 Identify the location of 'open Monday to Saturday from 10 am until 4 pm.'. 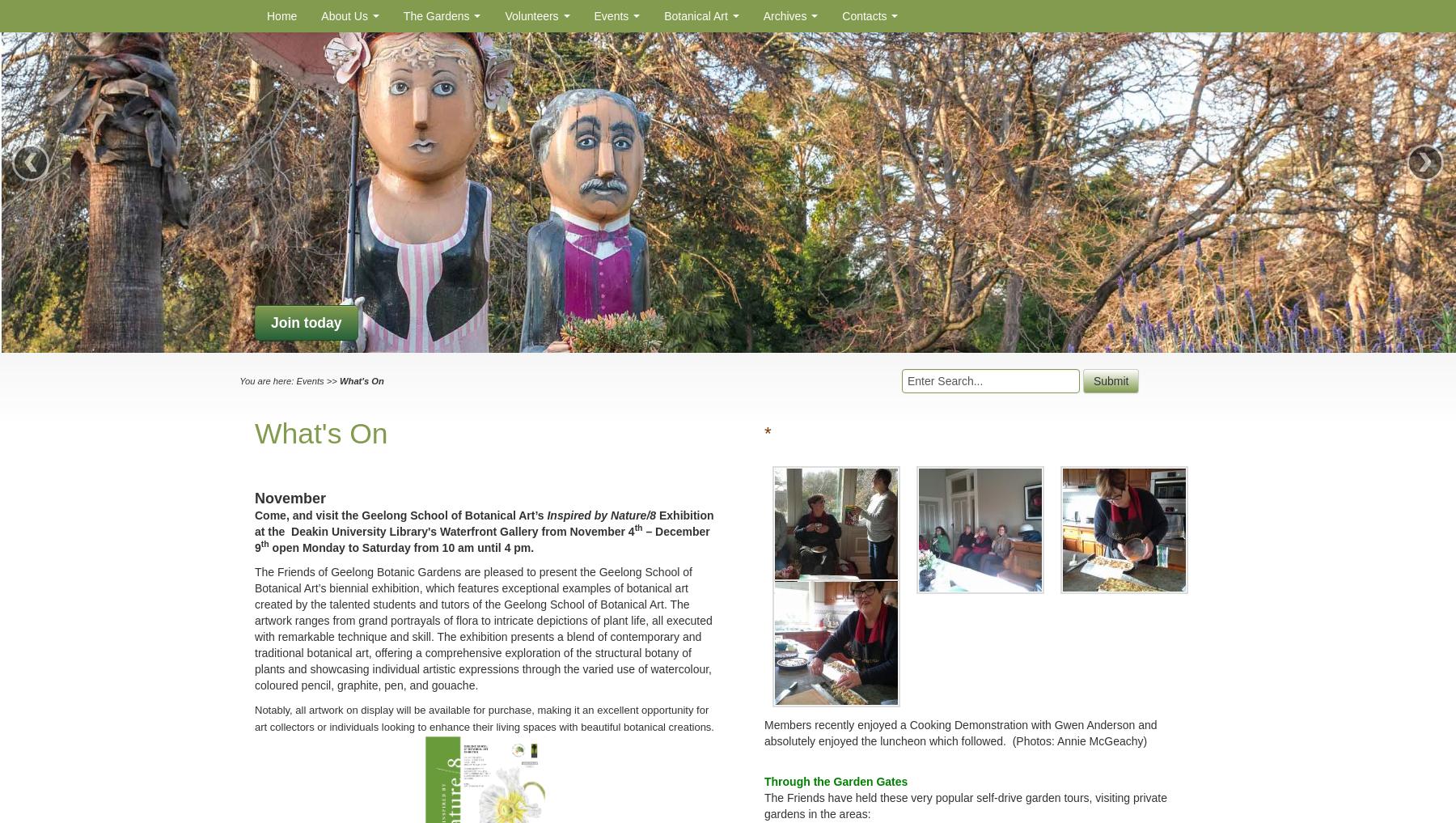
(400, 546).